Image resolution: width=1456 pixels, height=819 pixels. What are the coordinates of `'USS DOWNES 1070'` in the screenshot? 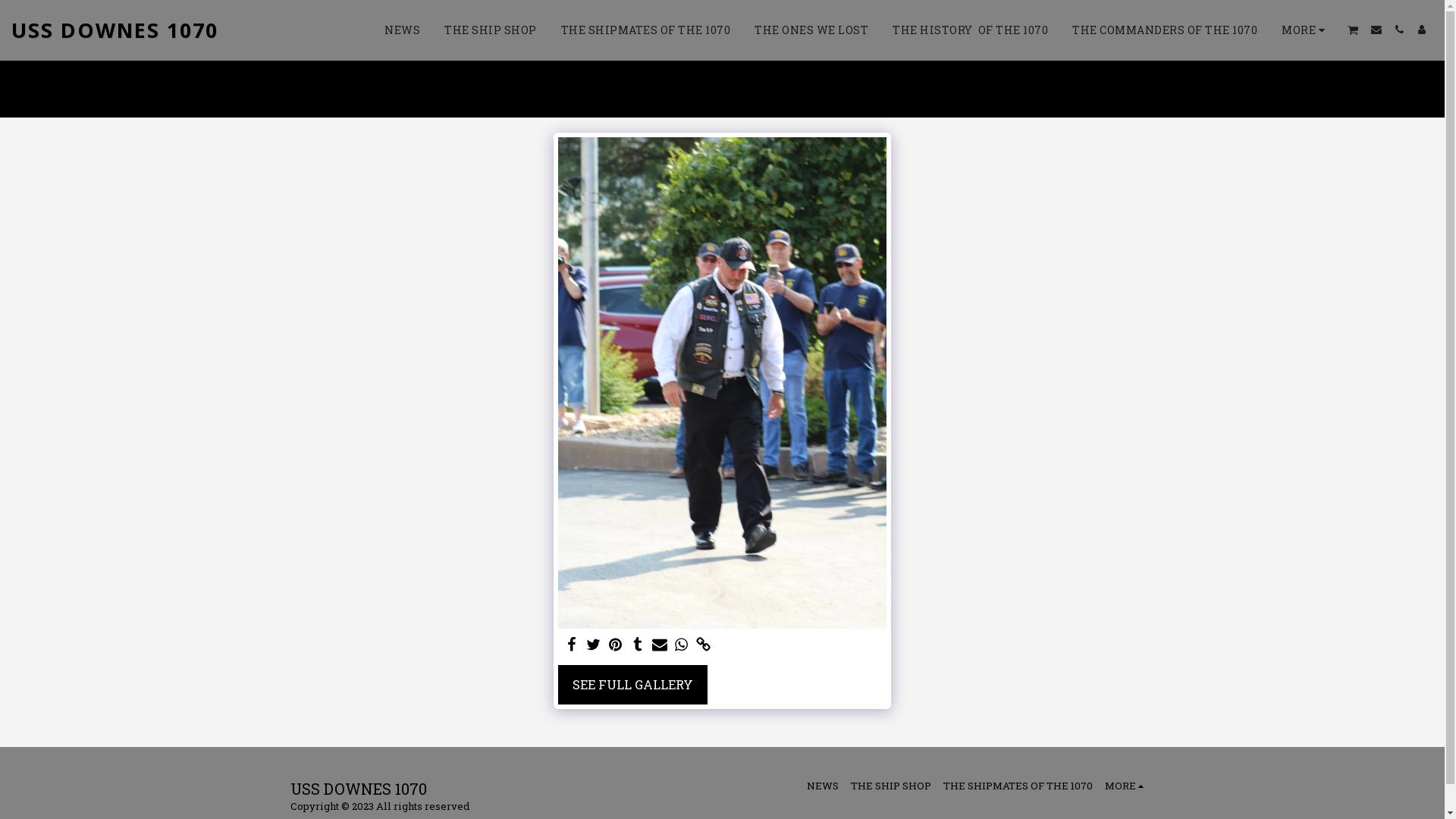 It's located at (114, 30).